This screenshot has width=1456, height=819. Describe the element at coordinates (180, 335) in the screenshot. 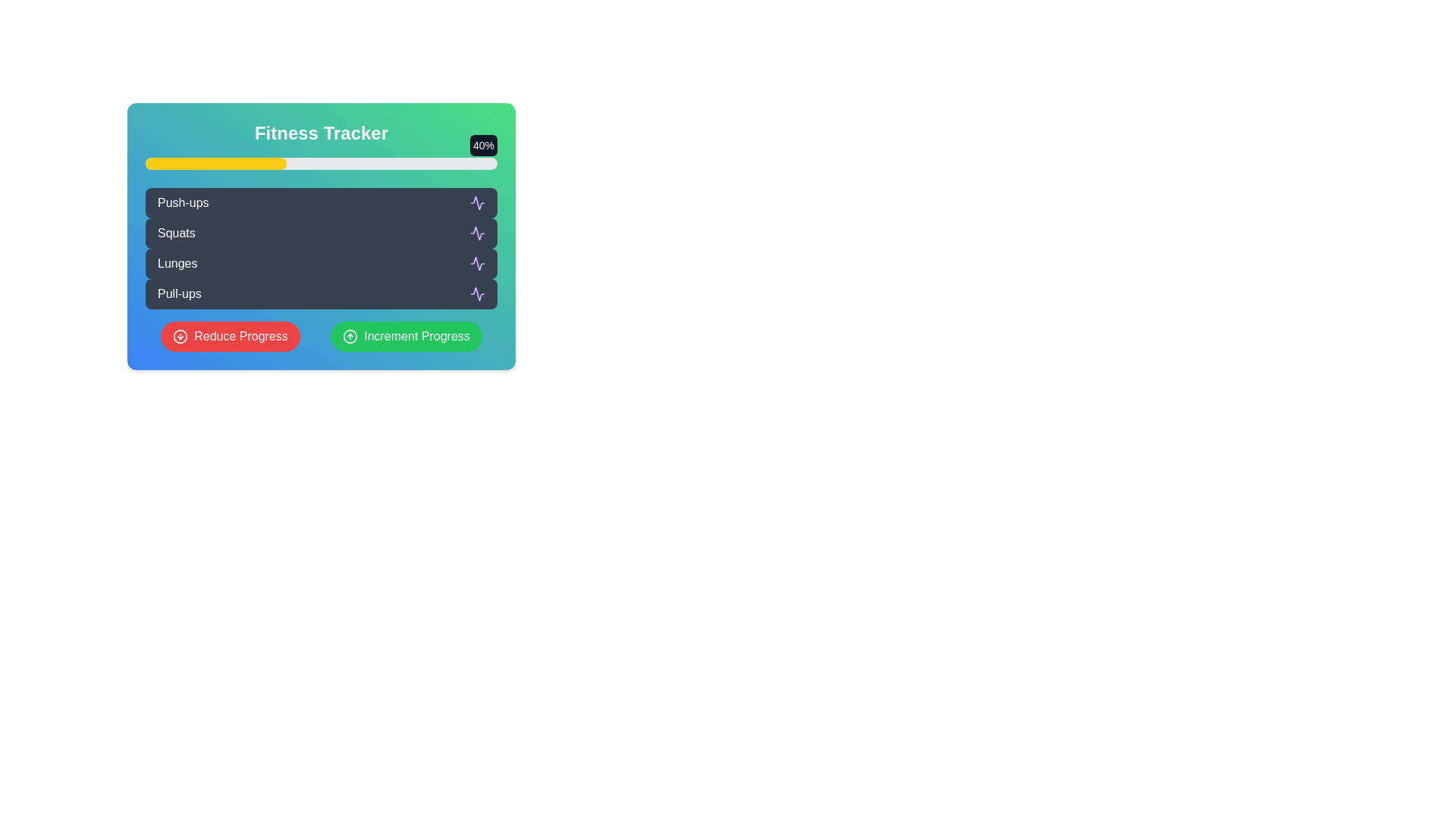

I see `the highlighted circular SVG element with a 10-unit radius, part of an icon, located near the 'Reduce Progress' button` at that location.